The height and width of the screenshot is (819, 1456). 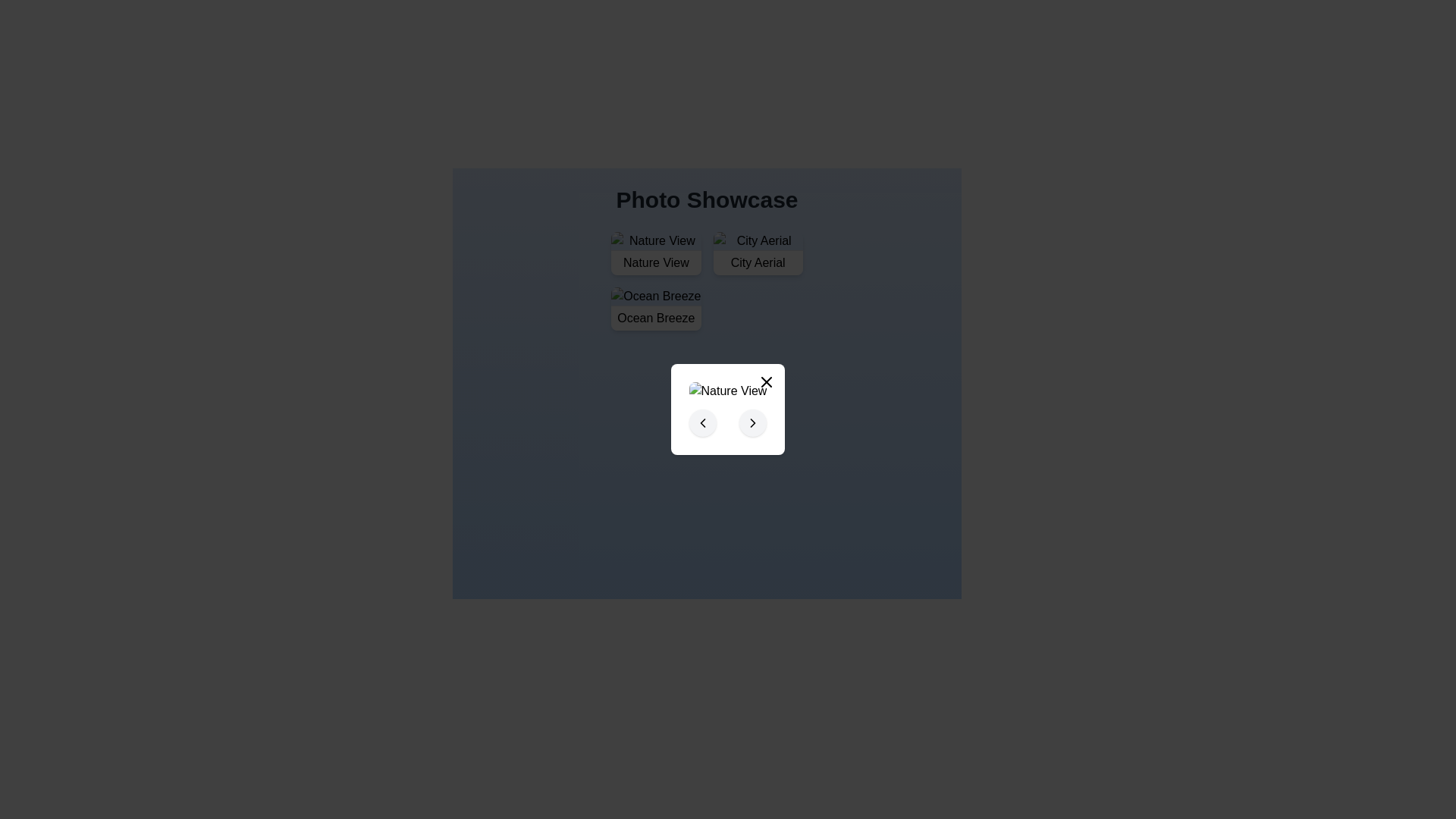 What do you see at coordinates (753, 423) in the screenshot?
I see `the round button with a light gray background and a black chevron icon pointing to the right` at bounding box center [753, 423].